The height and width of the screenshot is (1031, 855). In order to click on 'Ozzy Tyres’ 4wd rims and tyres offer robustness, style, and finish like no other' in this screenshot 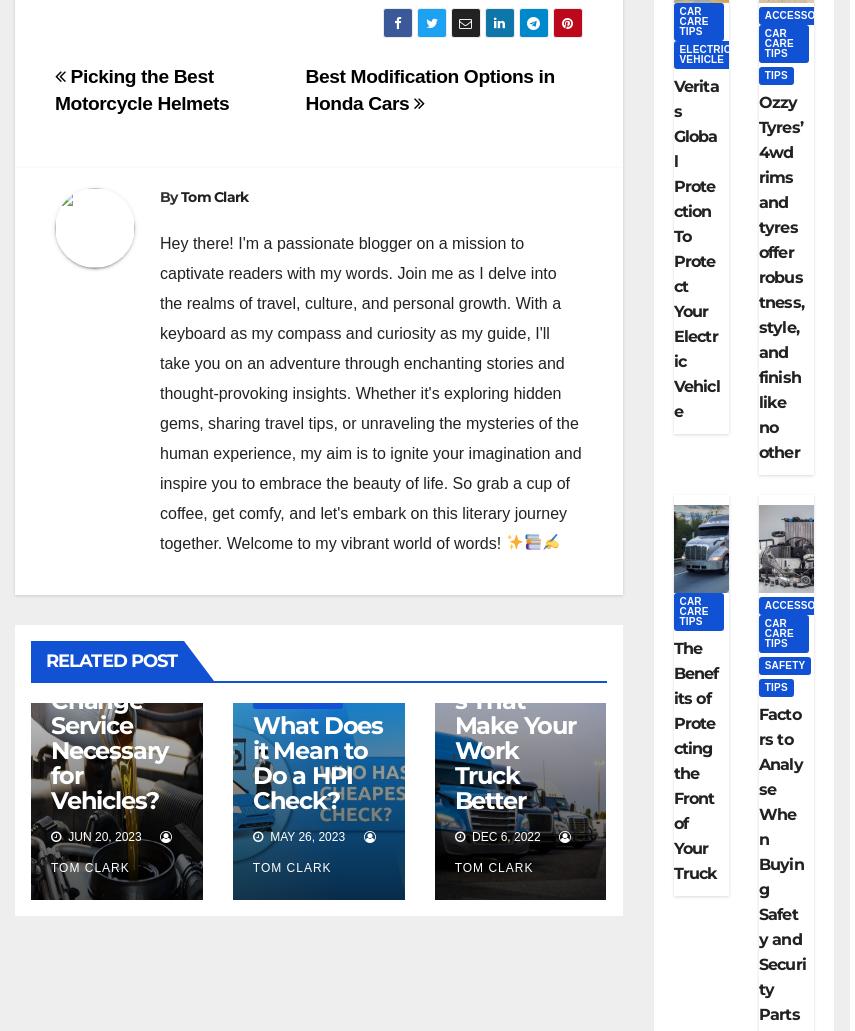, I will do `click(779, 277)`.